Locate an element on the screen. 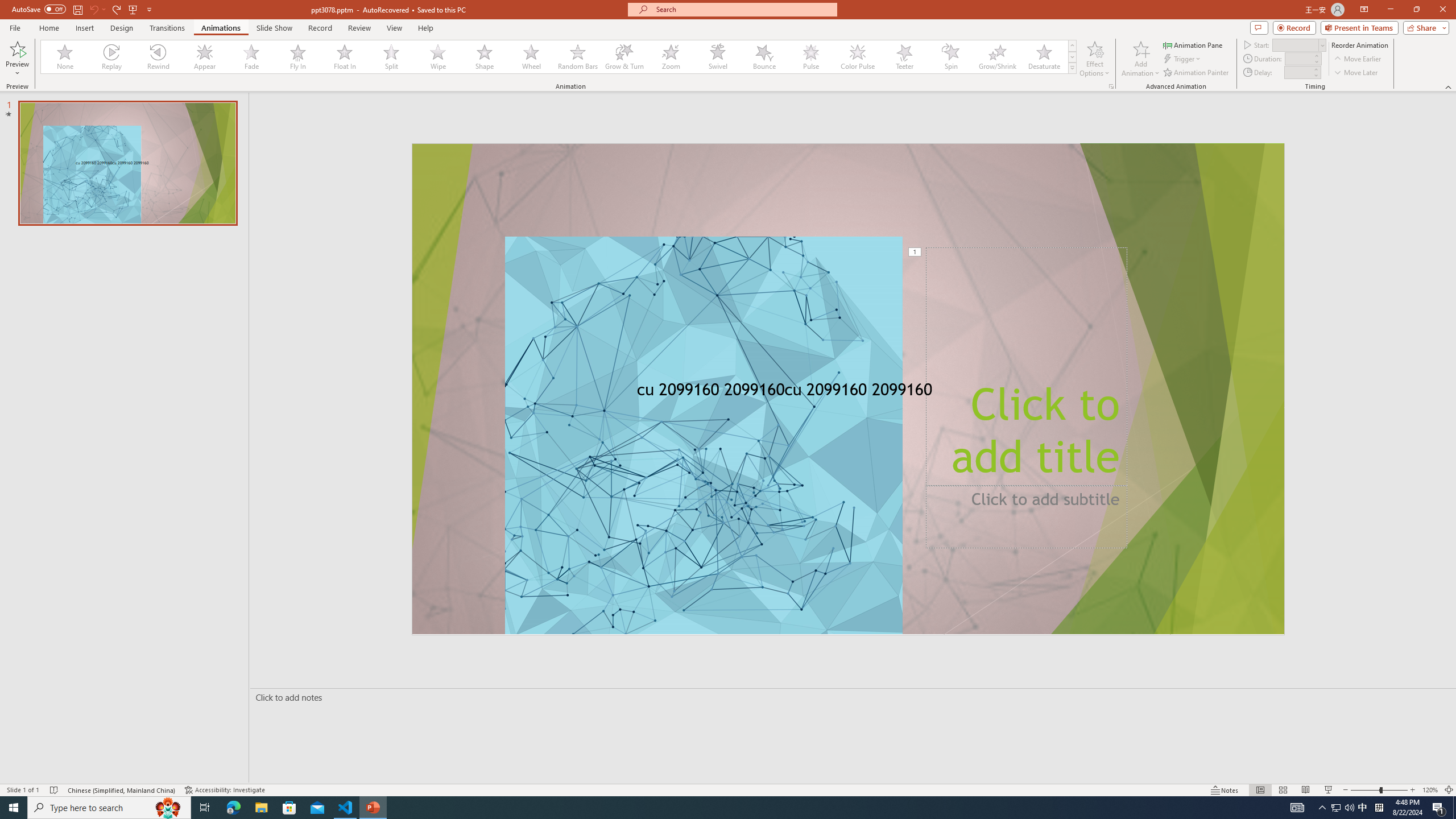 This screenshot has height=819, width=1456. 'Move Earlier' is located at coordinates (1357, 59).